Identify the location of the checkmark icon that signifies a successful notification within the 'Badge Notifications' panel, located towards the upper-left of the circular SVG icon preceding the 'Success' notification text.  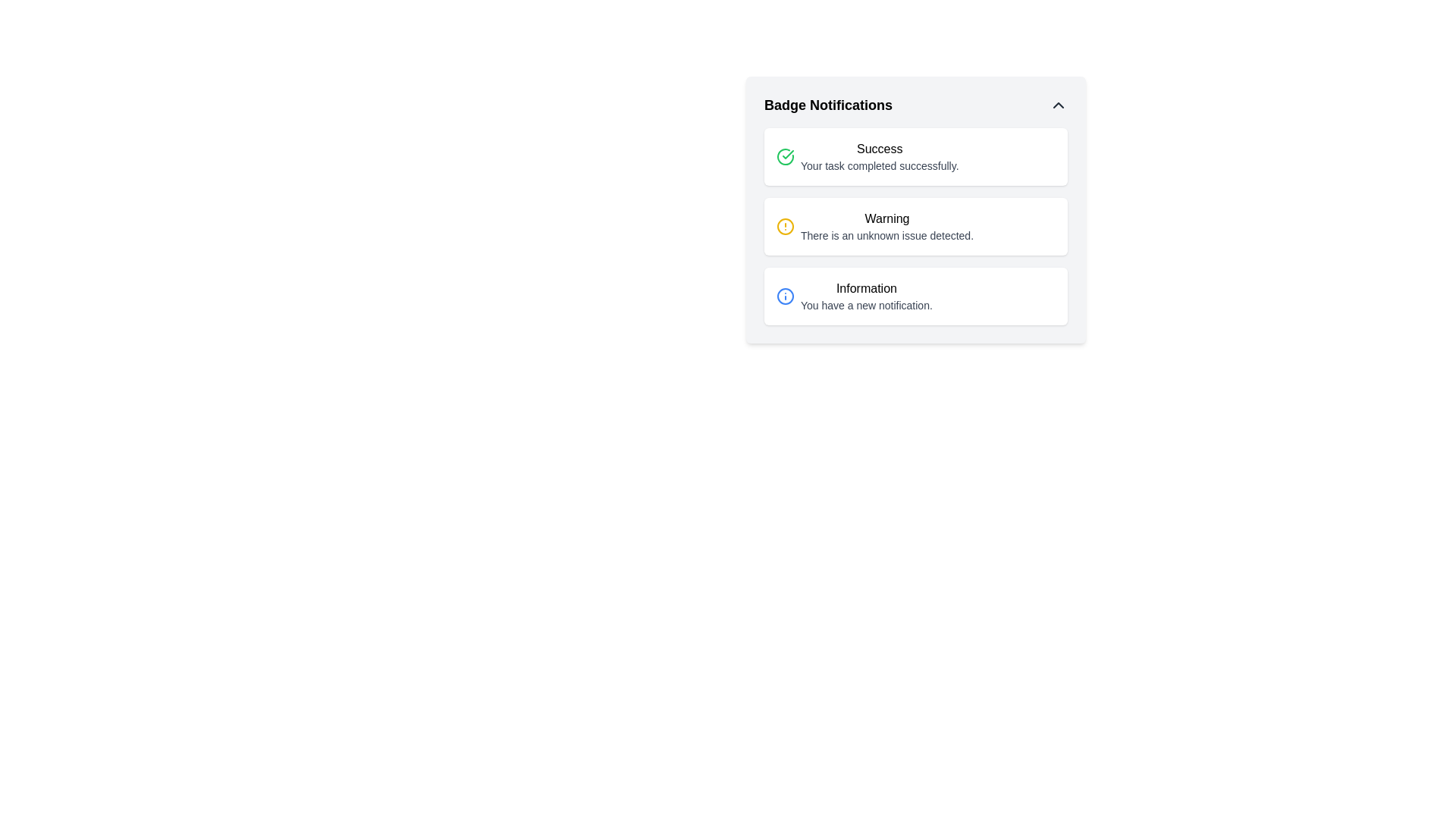
(788, 155).